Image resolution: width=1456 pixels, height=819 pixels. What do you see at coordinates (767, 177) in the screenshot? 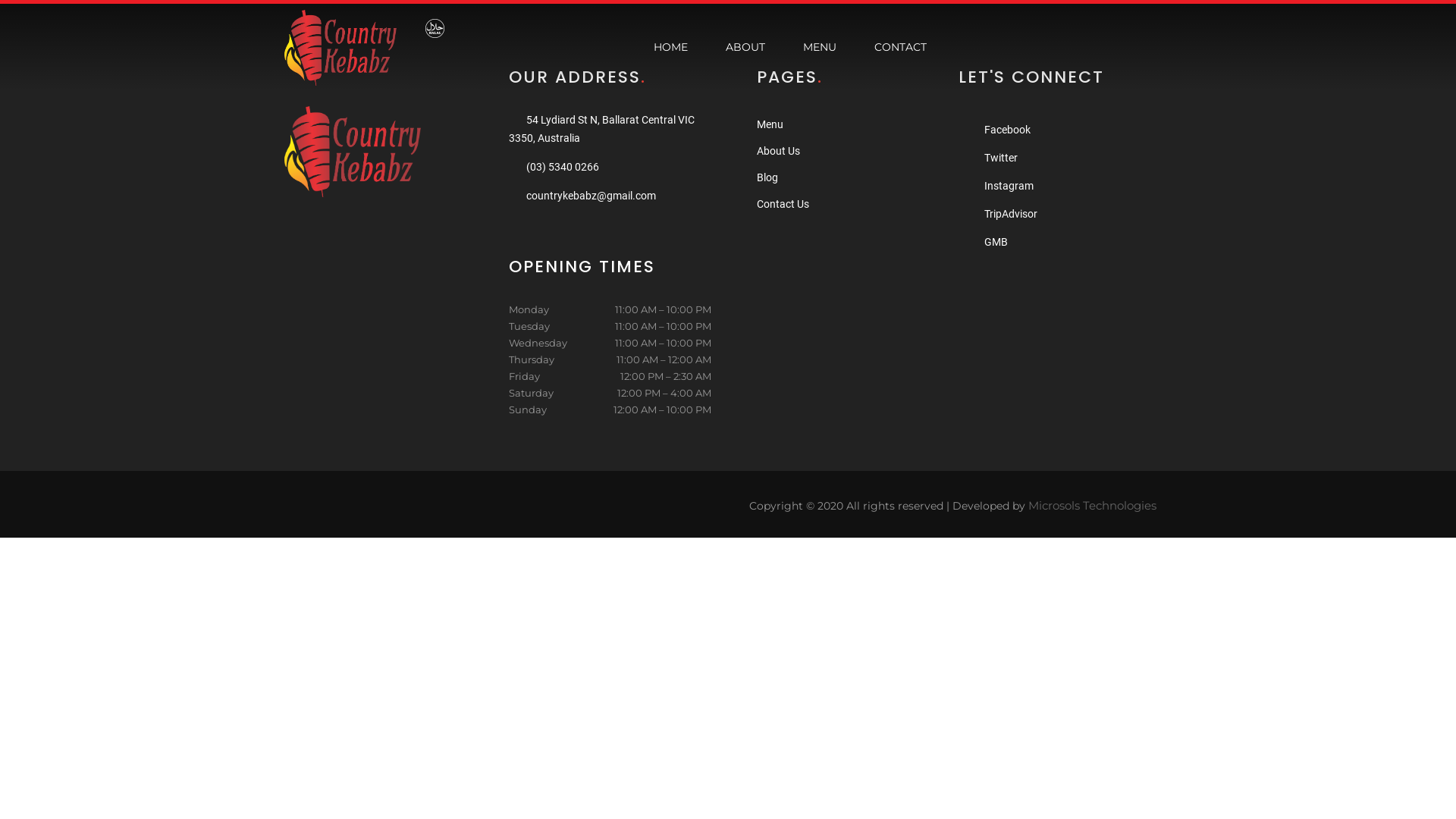
I see `'Blog'` at bounding box center [767, 177].